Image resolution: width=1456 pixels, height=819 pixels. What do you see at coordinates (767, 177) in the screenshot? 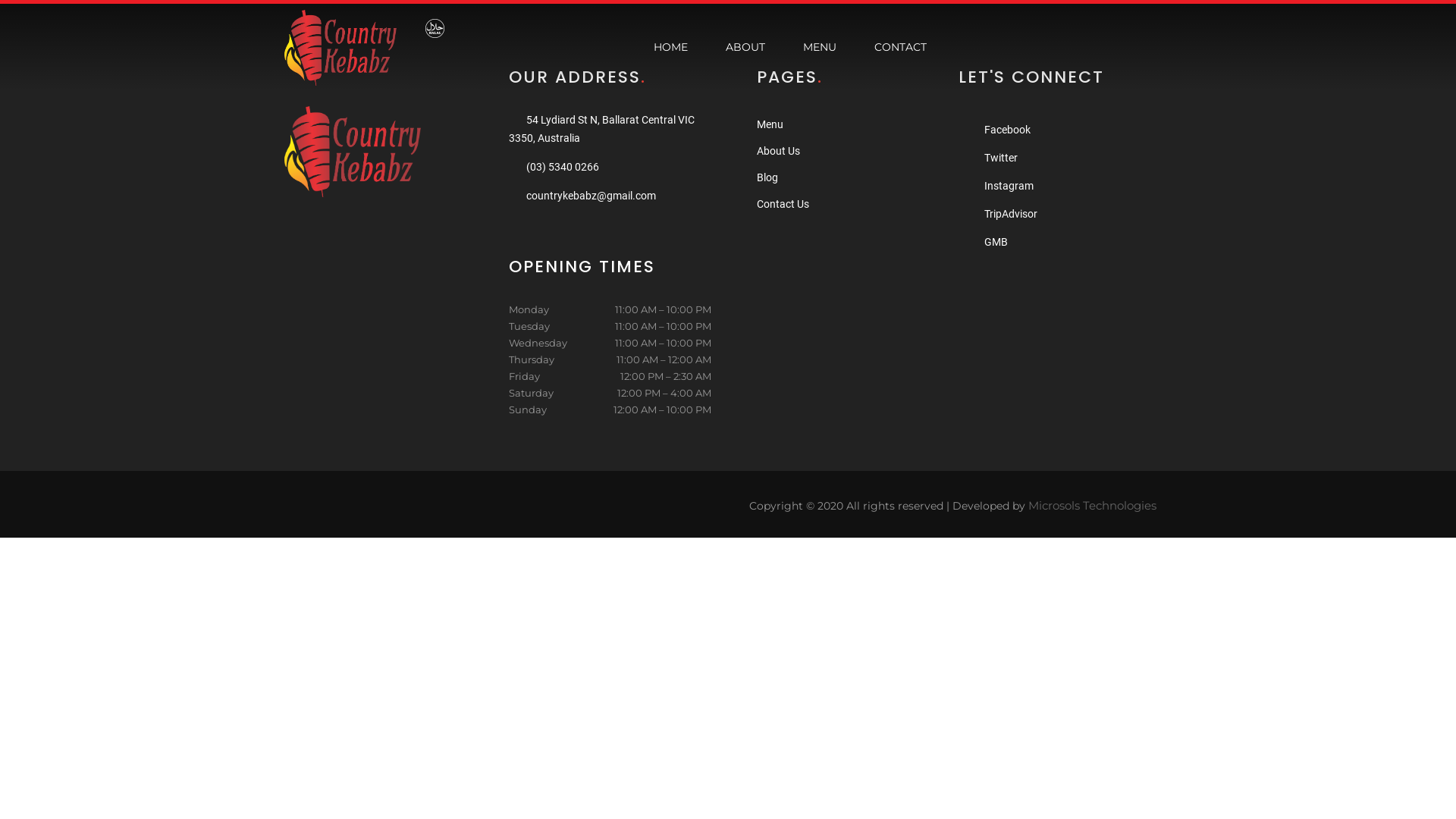
I see `'Blog'` at bounding box center [767, 177].